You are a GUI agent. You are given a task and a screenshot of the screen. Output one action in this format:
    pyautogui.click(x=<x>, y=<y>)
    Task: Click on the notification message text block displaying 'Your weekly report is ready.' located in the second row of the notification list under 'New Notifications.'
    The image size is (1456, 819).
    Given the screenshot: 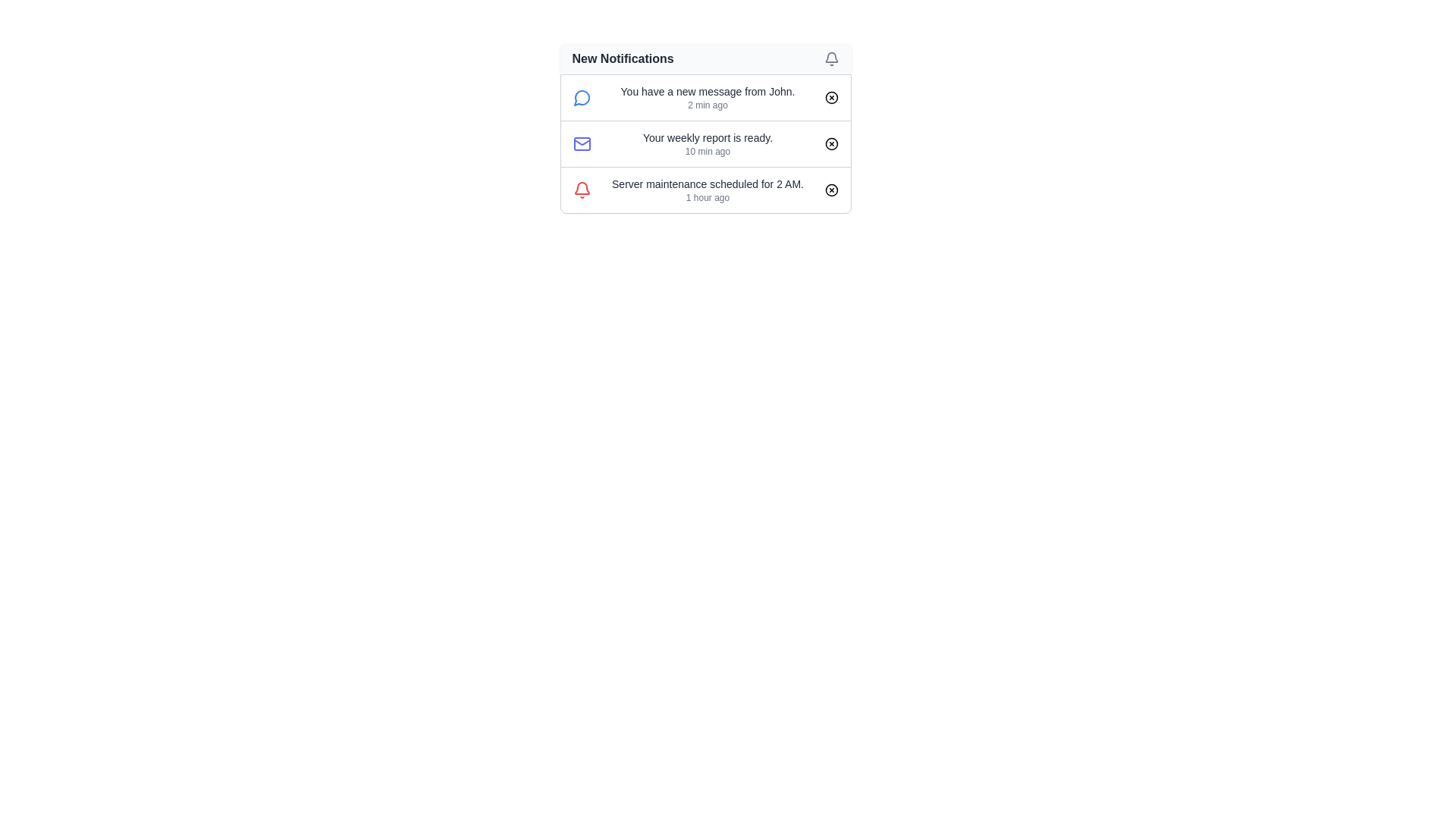 What is the action you would take?
    pyautogui.click(x=707, y=143)
    